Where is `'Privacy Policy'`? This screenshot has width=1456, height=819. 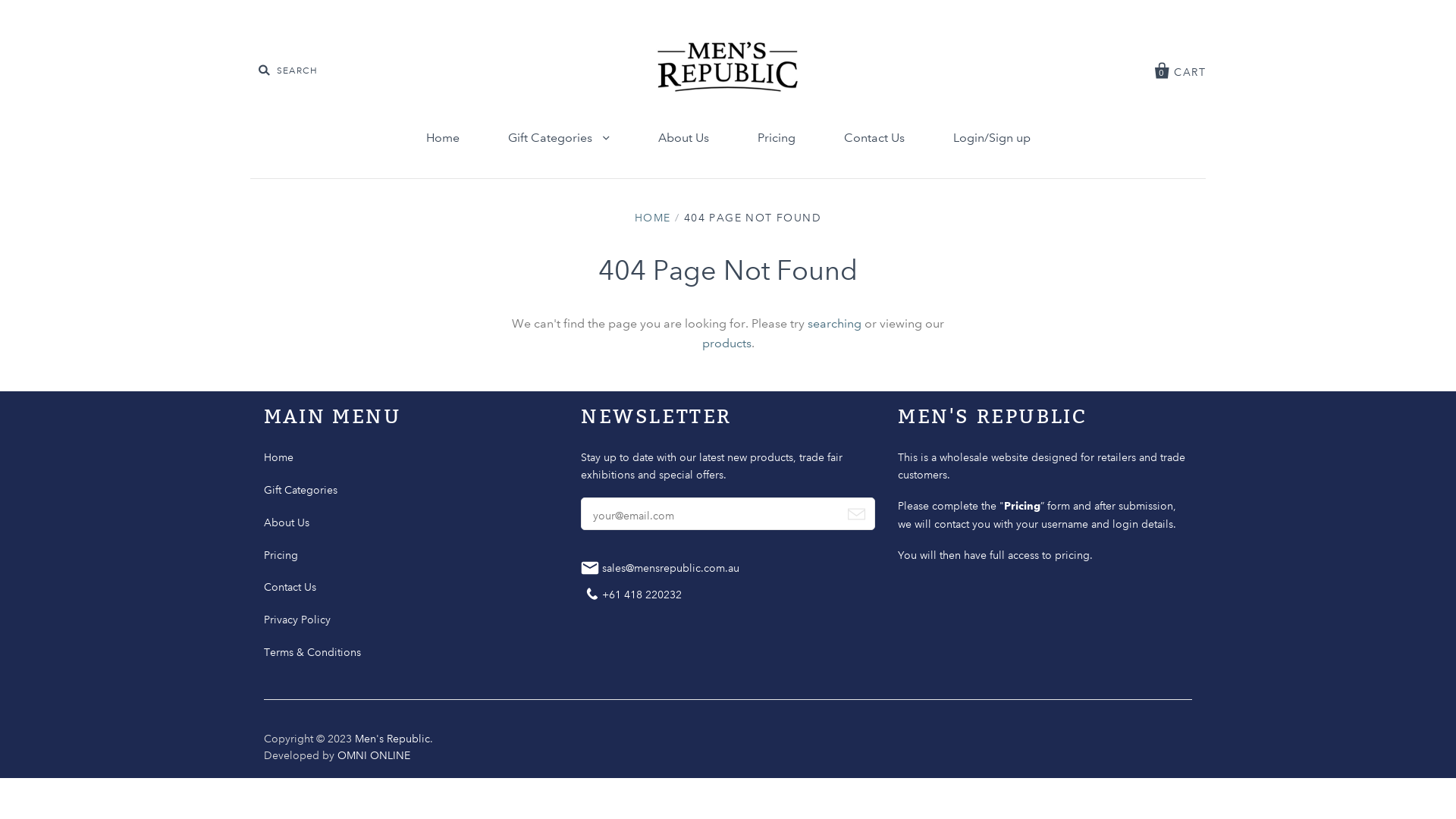 'Privacy Policy' is located at coordinates (297, 620).